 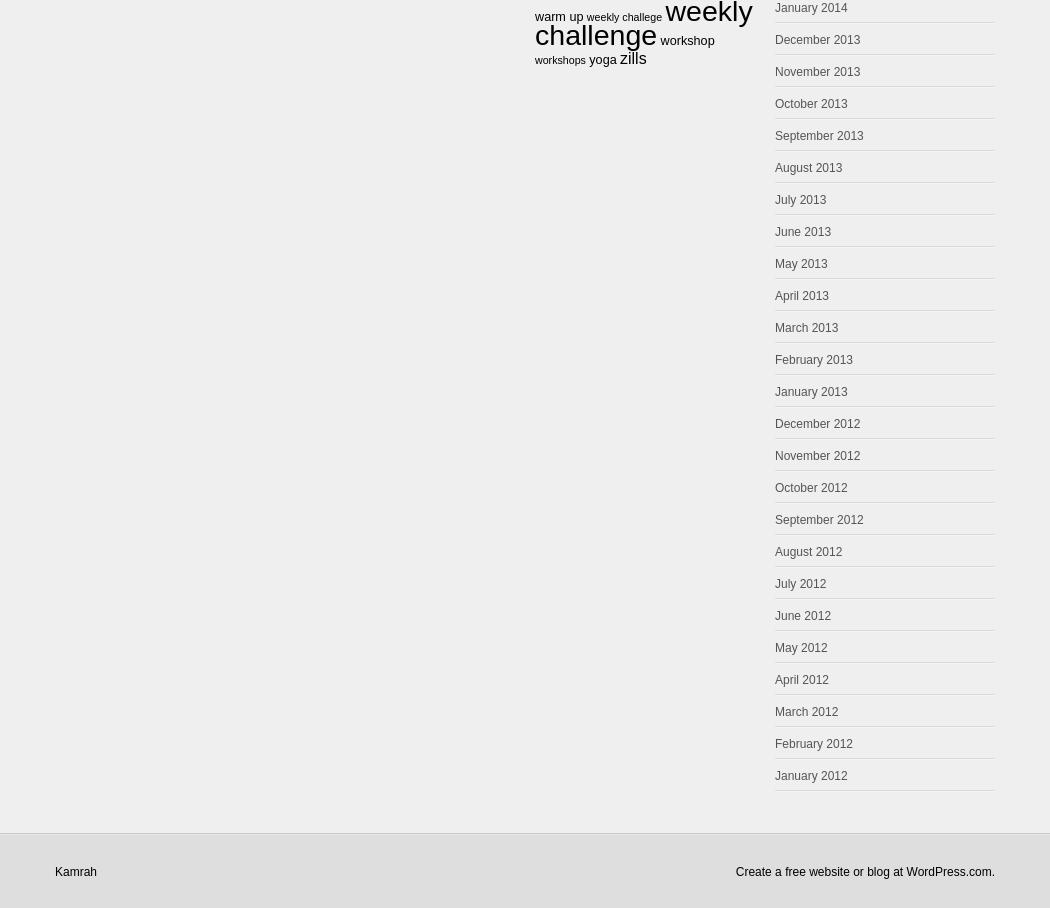 I want to click on 'April 2013', so click(x=800, y=295).